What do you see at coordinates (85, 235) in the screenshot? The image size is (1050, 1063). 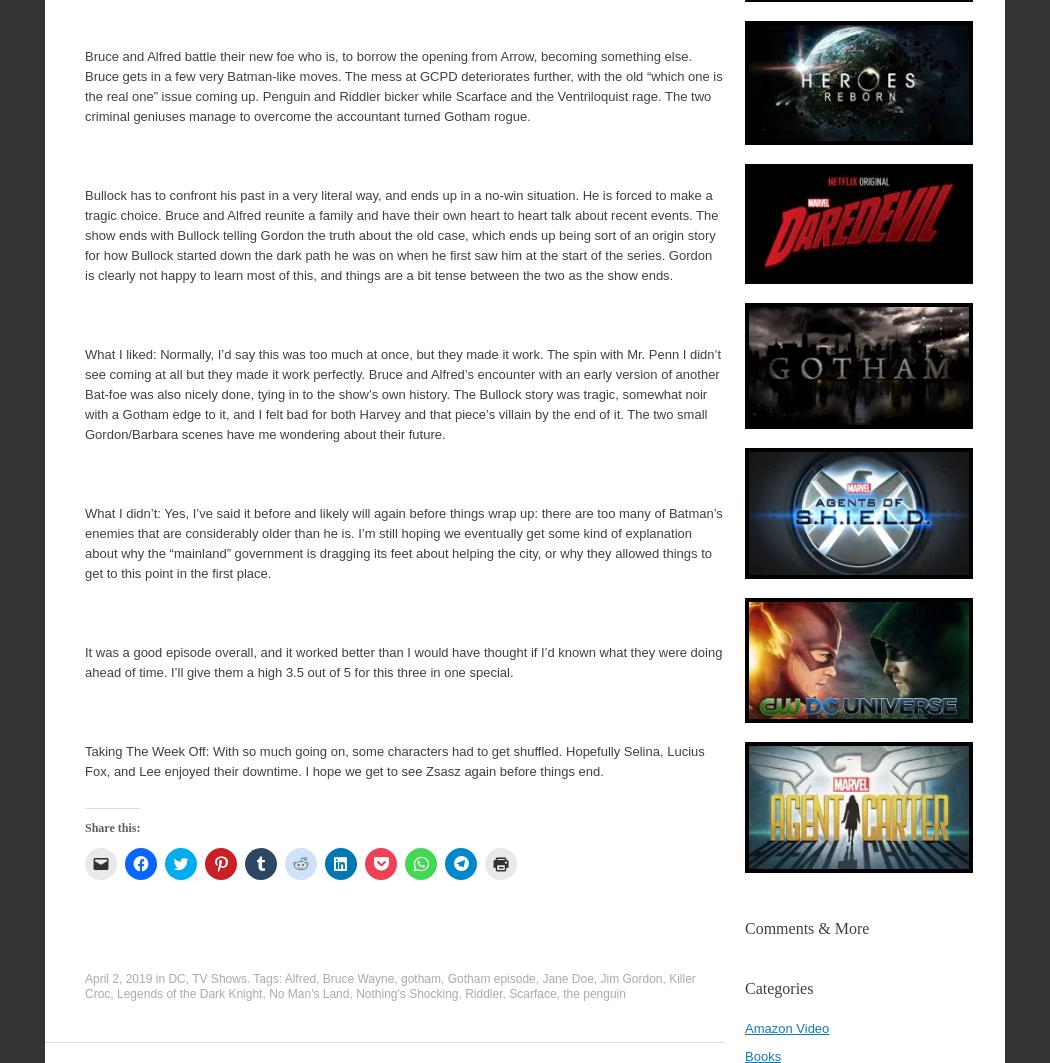 I see `'Bullock has to confront his past in a very literal way, and ends up in a no-win situation. He is forced to make a tragic choice. Bruce and Alfred reunite a family and have their own heart to heart talk about recent events. The show ends with Bullock telling Gordon the truth about the old case, which ends up being sort of an origin story for how Bullock started down the dark path he was on when he first saw him at the start of the series. Gordon is clearly not happy to learn most of this, and things are a bit tense between the two as the show ends.'` at bounding box center [85, 235].